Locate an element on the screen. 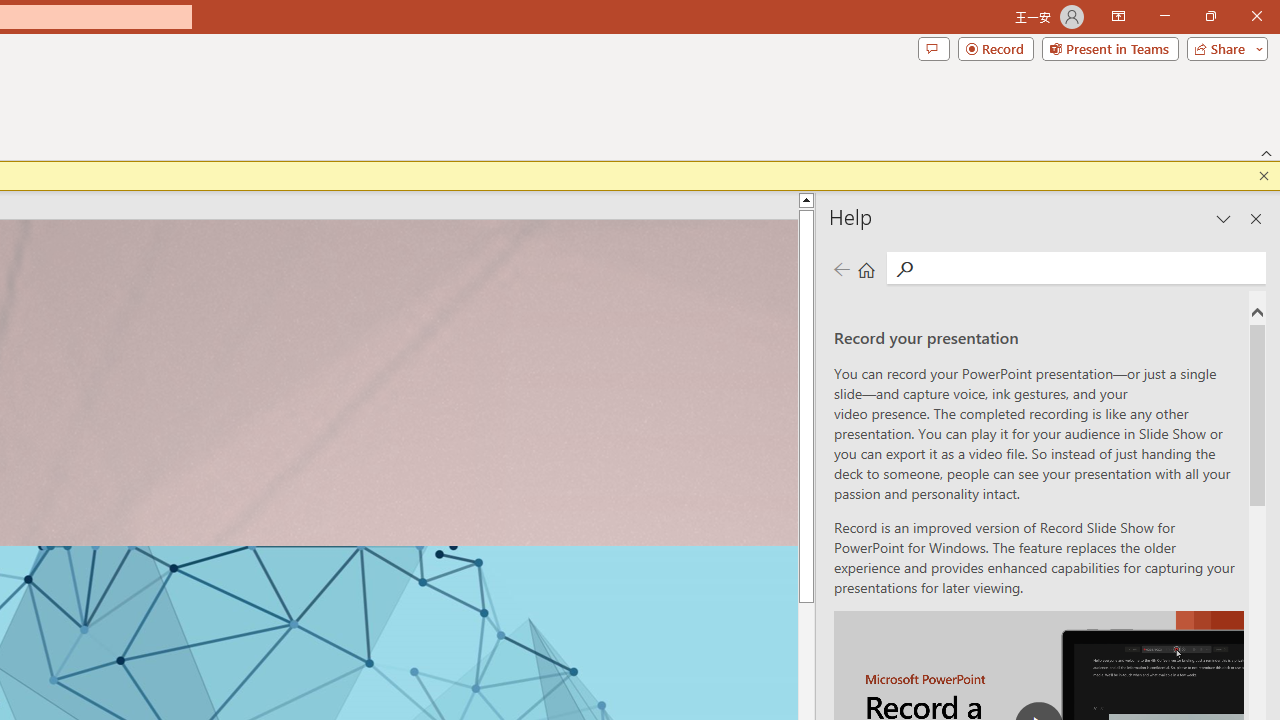 Image resolution: width=1280 pixels, height=720 pixels. 'Close' is located at coordinates (1255, 16).